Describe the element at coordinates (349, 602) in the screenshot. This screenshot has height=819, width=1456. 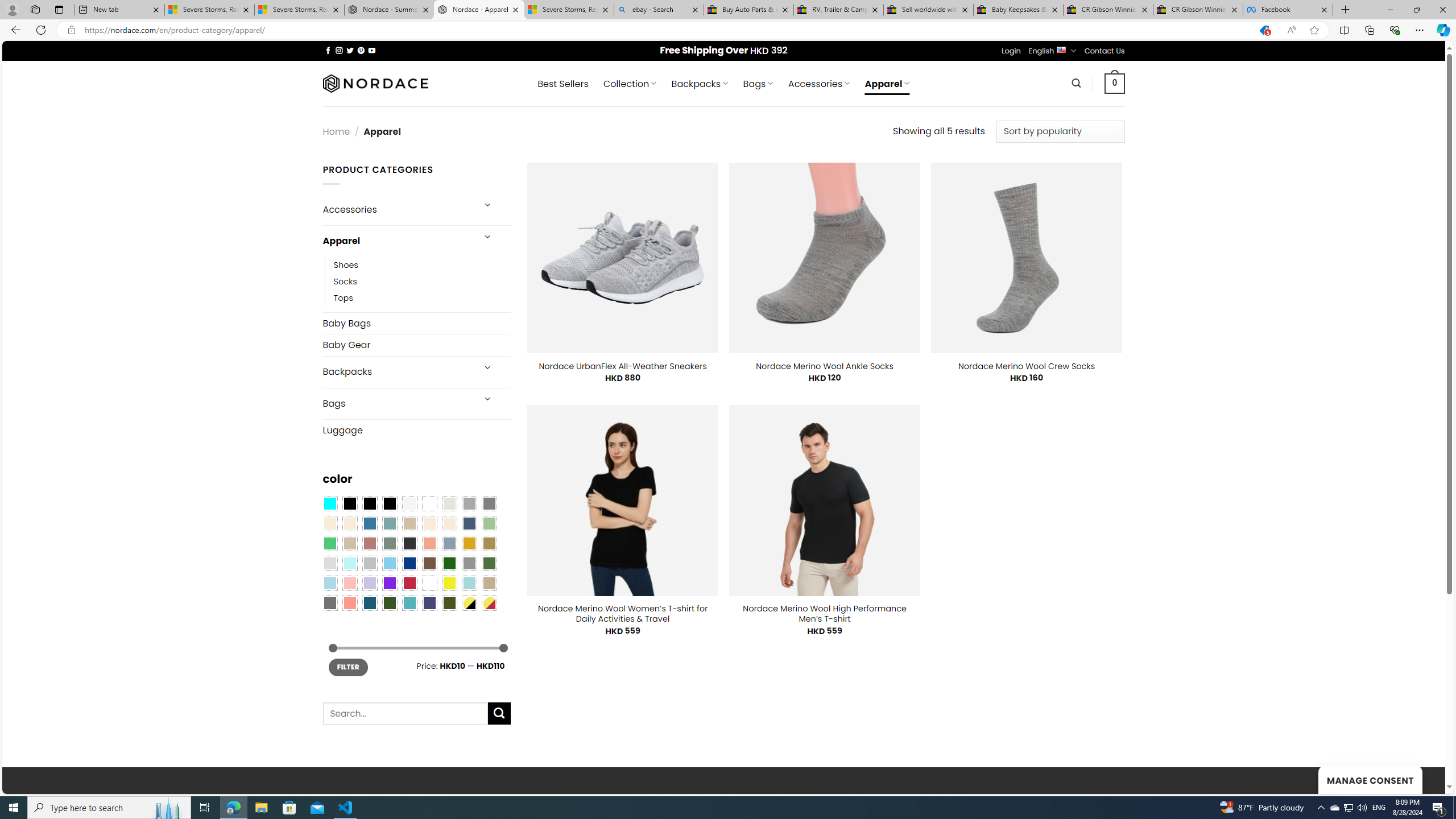
I see `'Peach Pink'` at that location.